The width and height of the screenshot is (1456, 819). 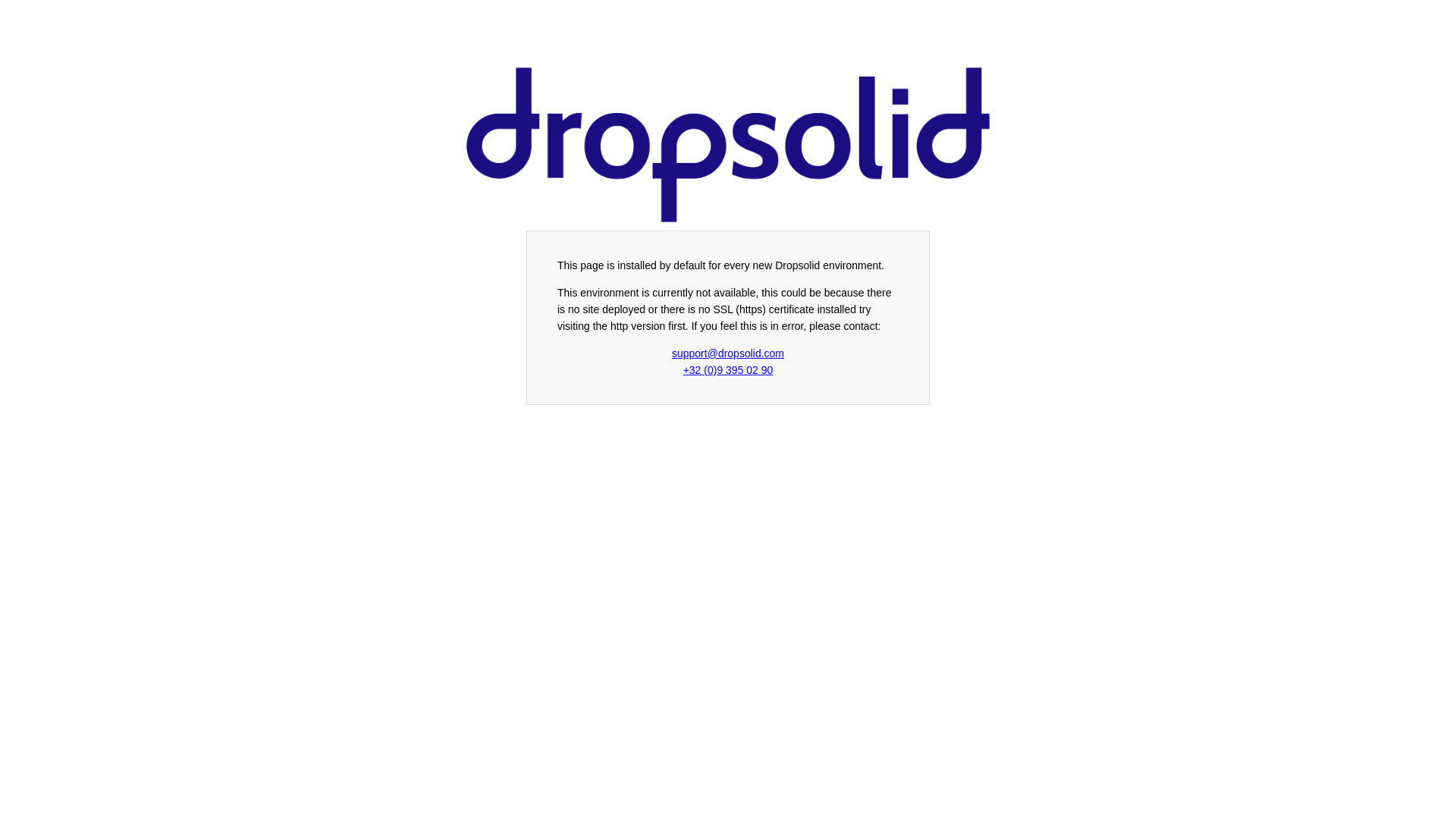 What do you see at coordinates (671, 353) in the screenshot?
I see `'support@dropsolid.com'` at bounding box center [671, 353].